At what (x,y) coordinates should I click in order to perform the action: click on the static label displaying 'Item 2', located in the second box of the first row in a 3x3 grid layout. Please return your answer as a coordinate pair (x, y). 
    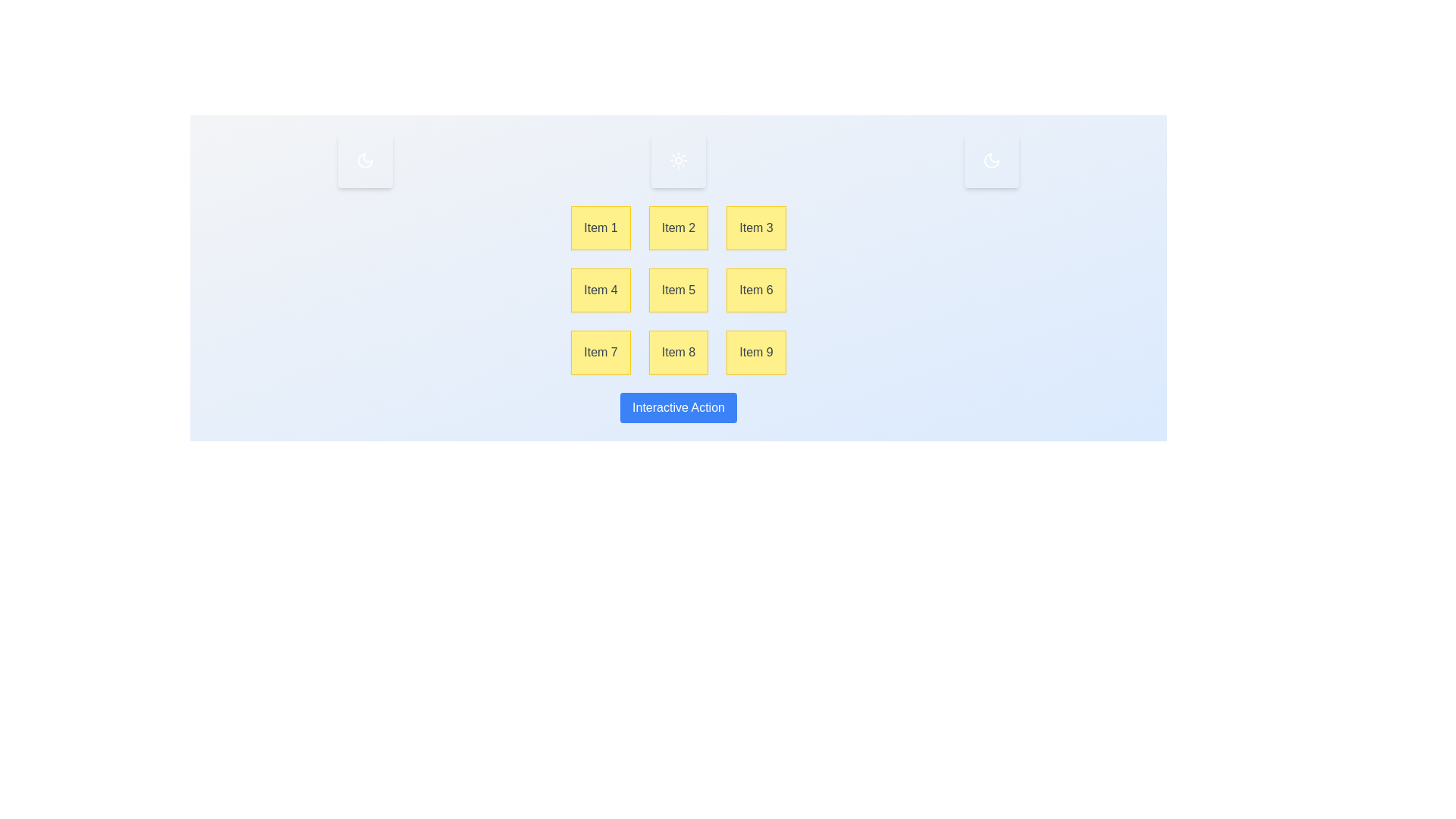
    Looking at the image, I should click on (677, 227).